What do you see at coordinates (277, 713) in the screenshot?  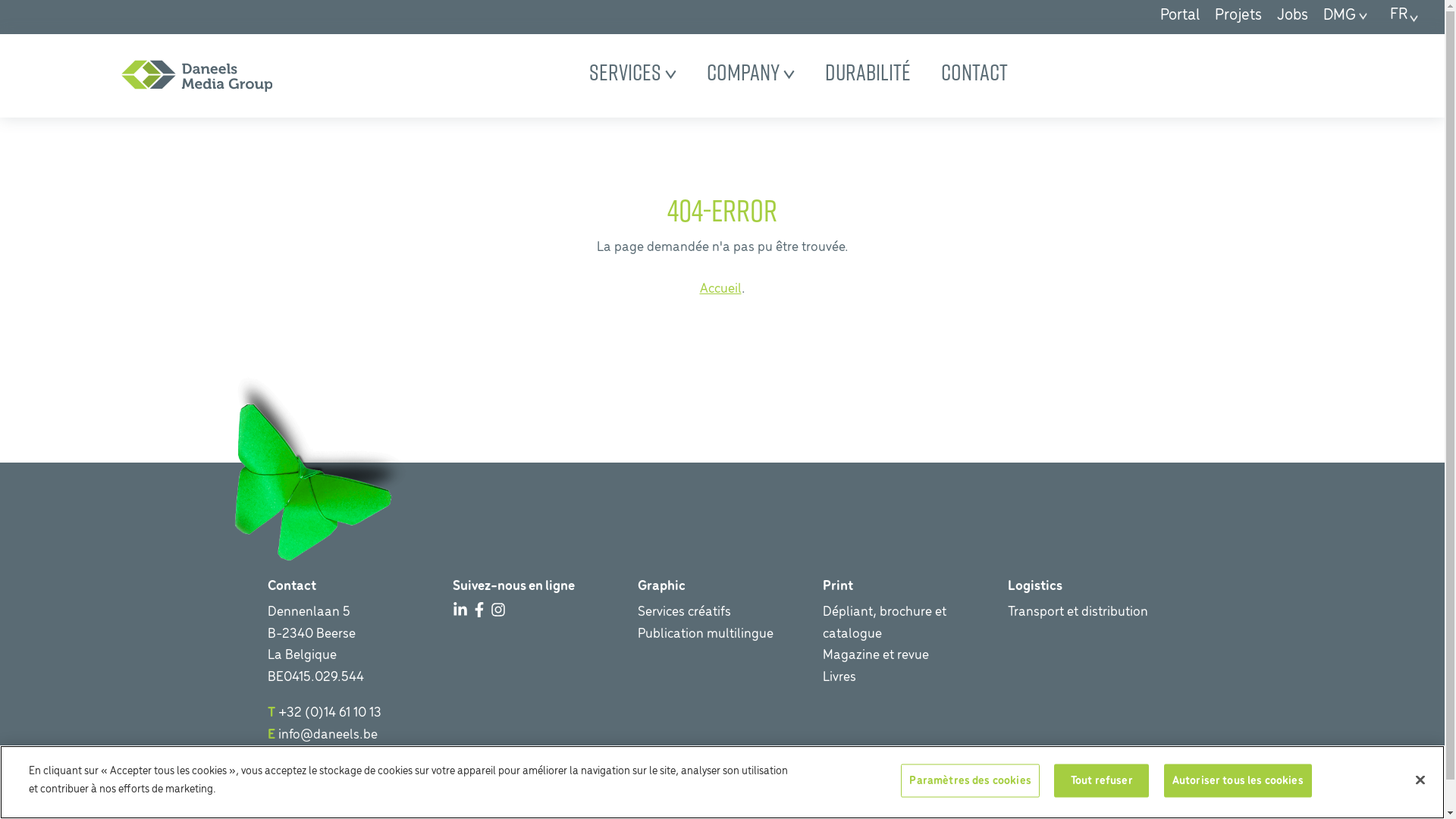 I see `'+32 (0)14 61 10 13'` at bounding box center [277, 713].